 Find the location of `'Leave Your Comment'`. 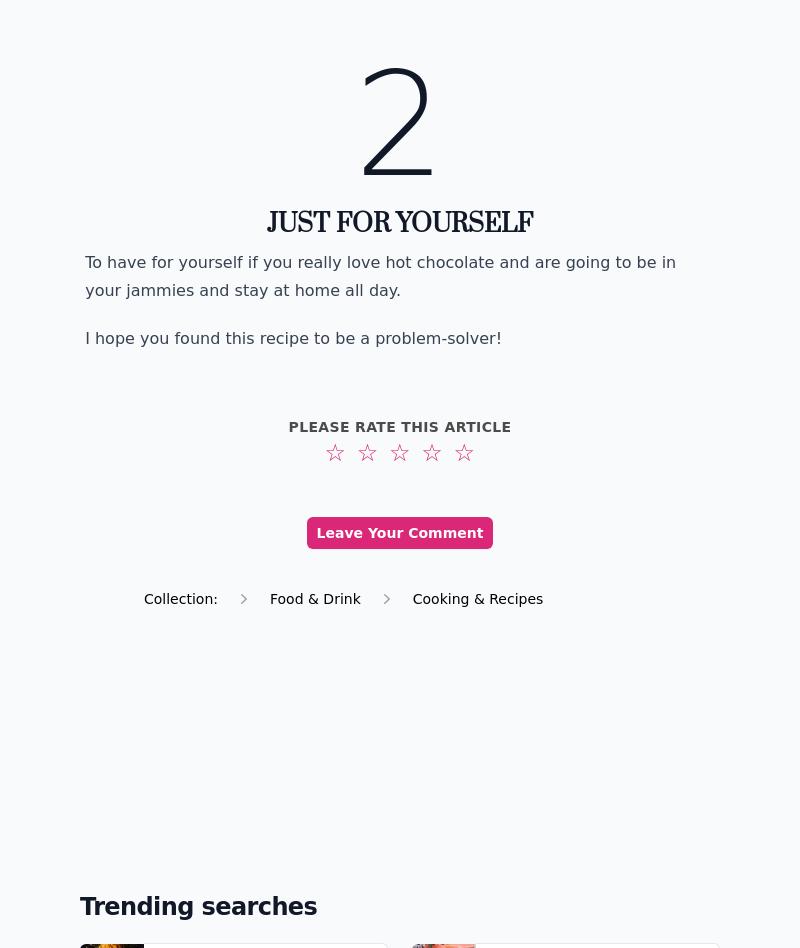

'Leave Your Comment' is located at coordinates (398, 532).